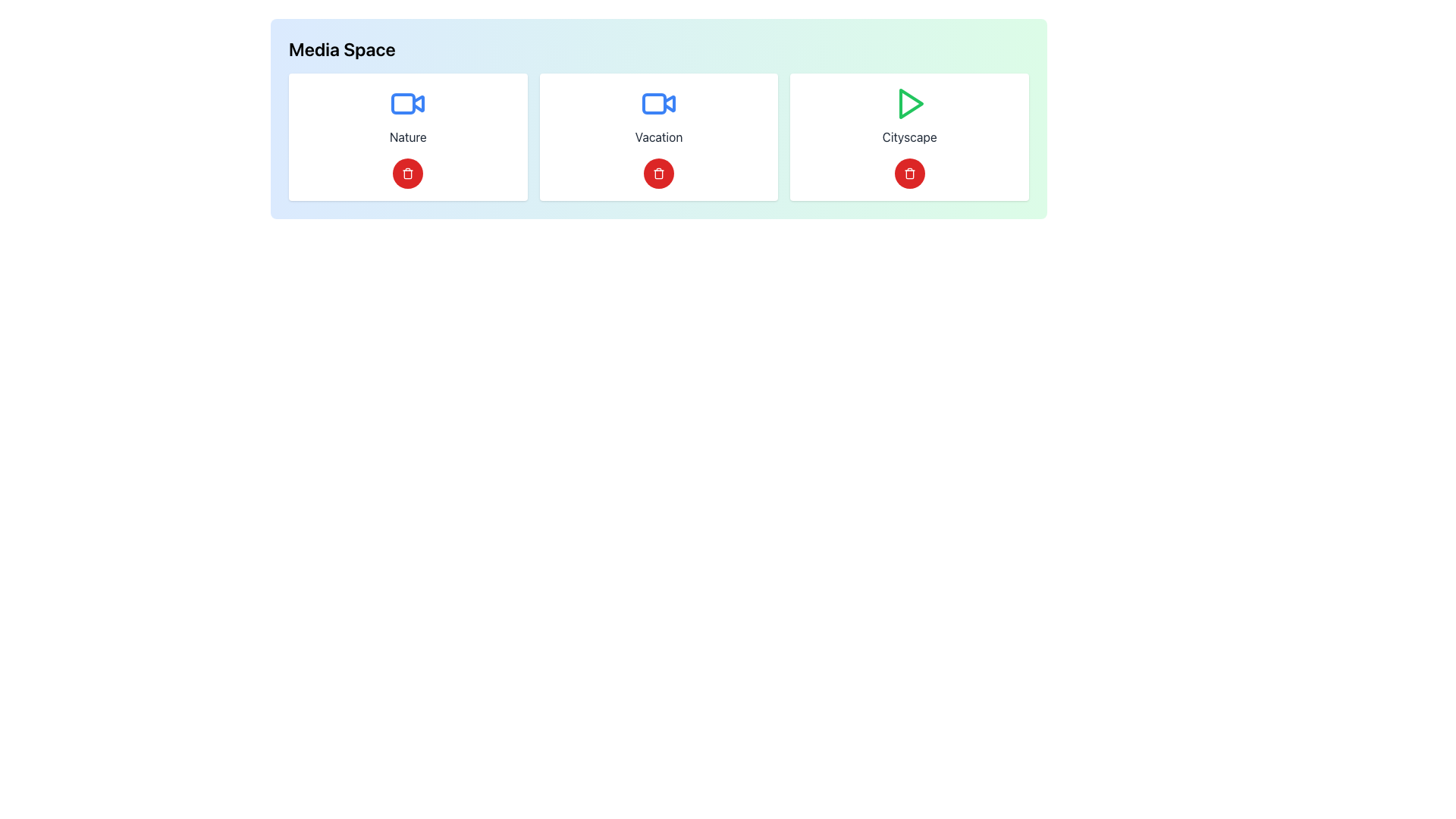  I want to click on the play icon located in the rightmost white-bordered box labeled 'Cityscape', so click(910, 103).